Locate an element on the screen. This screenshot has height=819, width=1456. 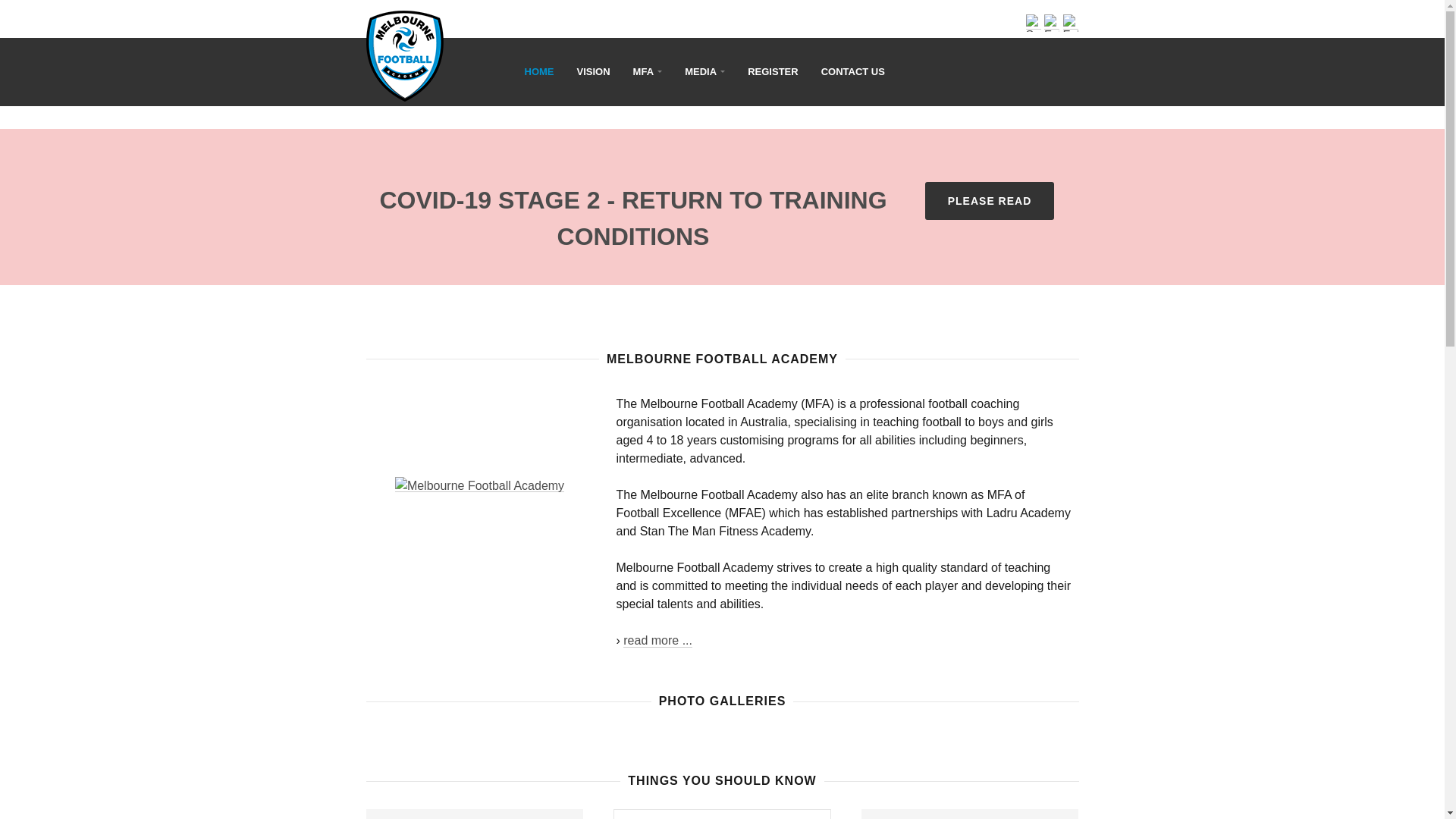
'HOME' is located at coordinates (539, 72).